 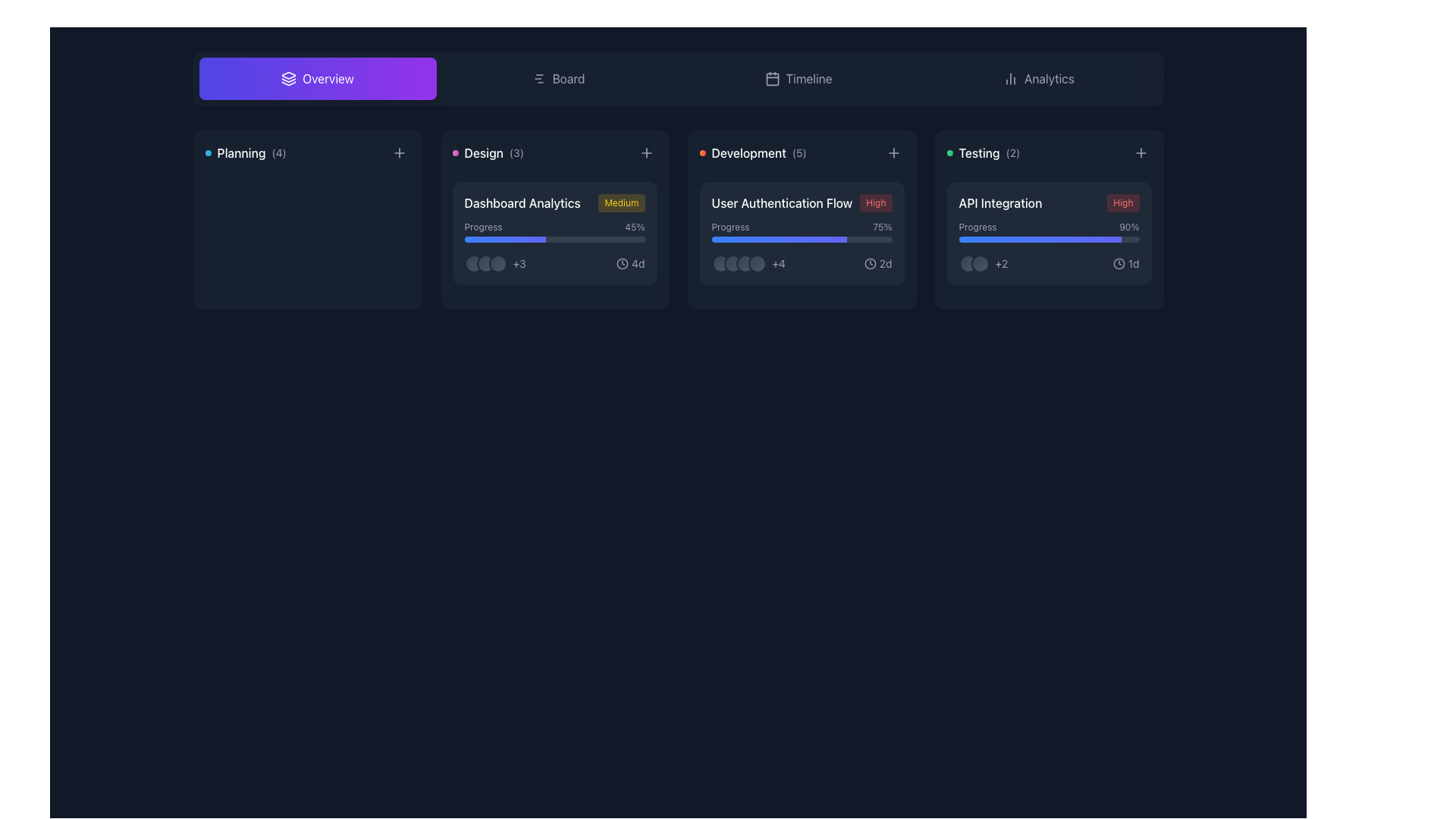 What do you see at coordinates (967, 262) in the screenshot?
I see `the graphical avatar located in the bottom-left area of the 'API Integration' card under the 'Testing' column, which serves as a visual representation of a participating user or process` at bounding box center [967, 262].